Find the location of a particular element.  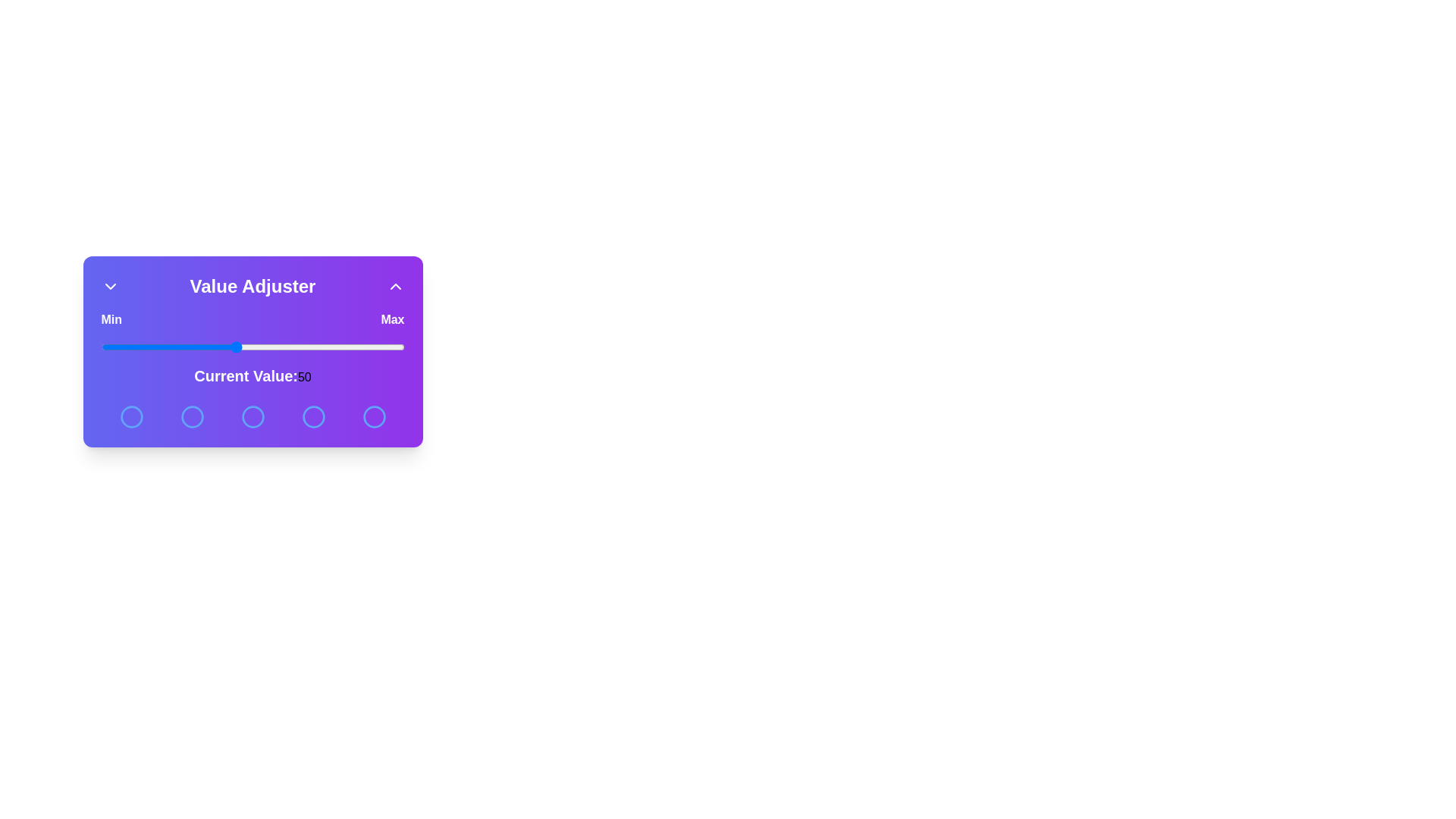

the circular button corresponding to 2 is located at coordinates (191, 417).